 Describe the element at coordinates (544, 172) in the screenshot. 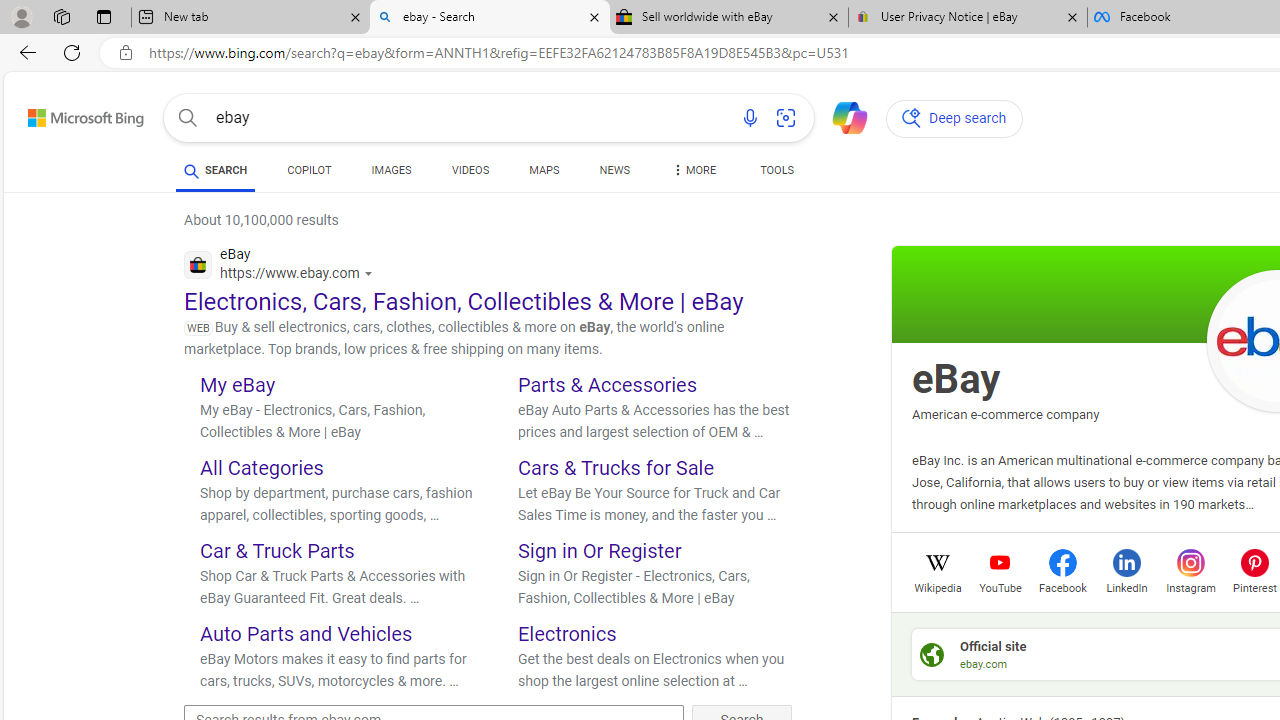

I see `'MAPS'` at that location.